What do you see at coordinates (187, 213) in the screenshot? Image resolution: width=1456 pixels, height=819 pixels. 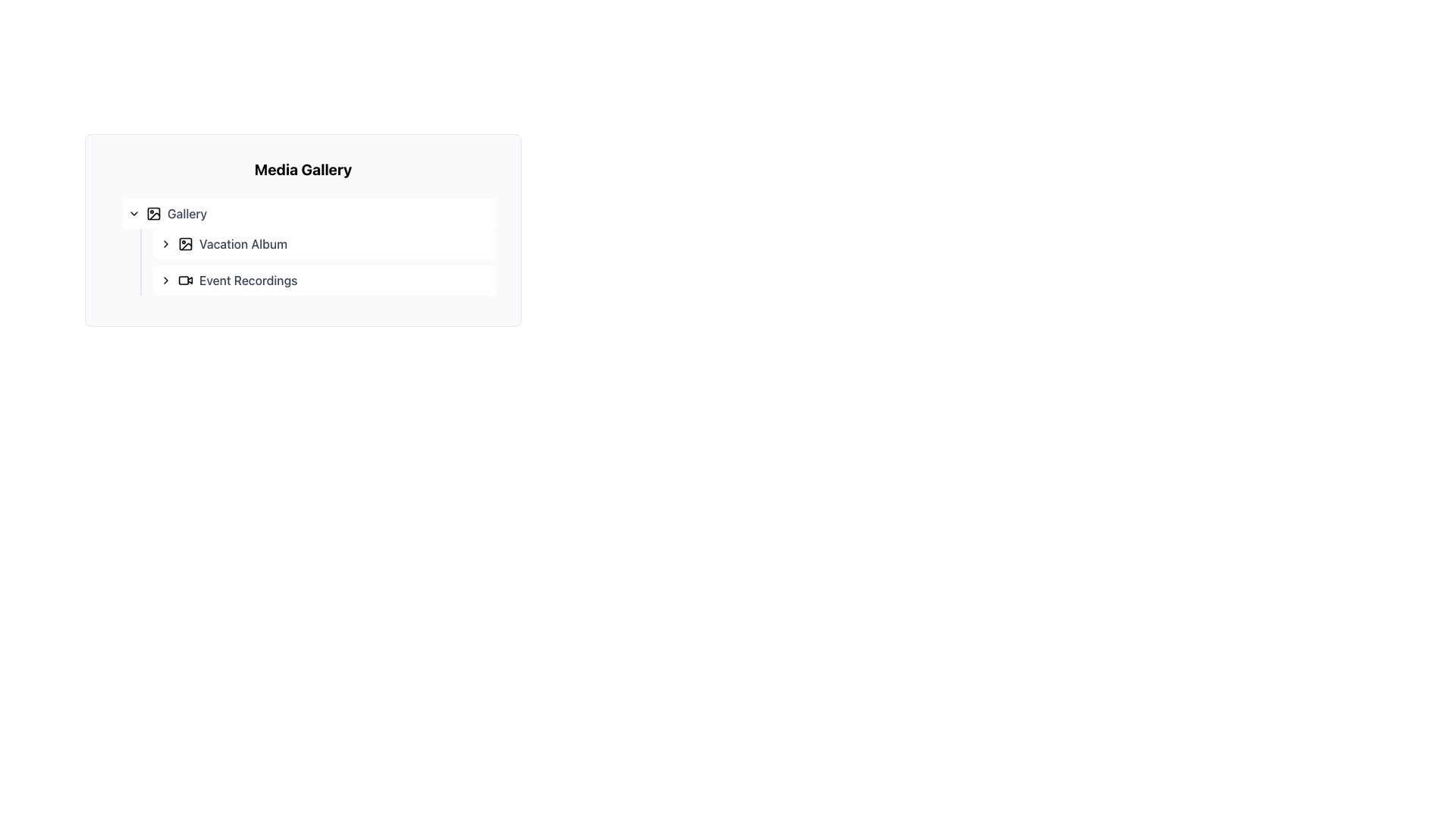 I see `the 'Gallery' text label which indicates the section of the user interface` at bounding box center [187, 213].